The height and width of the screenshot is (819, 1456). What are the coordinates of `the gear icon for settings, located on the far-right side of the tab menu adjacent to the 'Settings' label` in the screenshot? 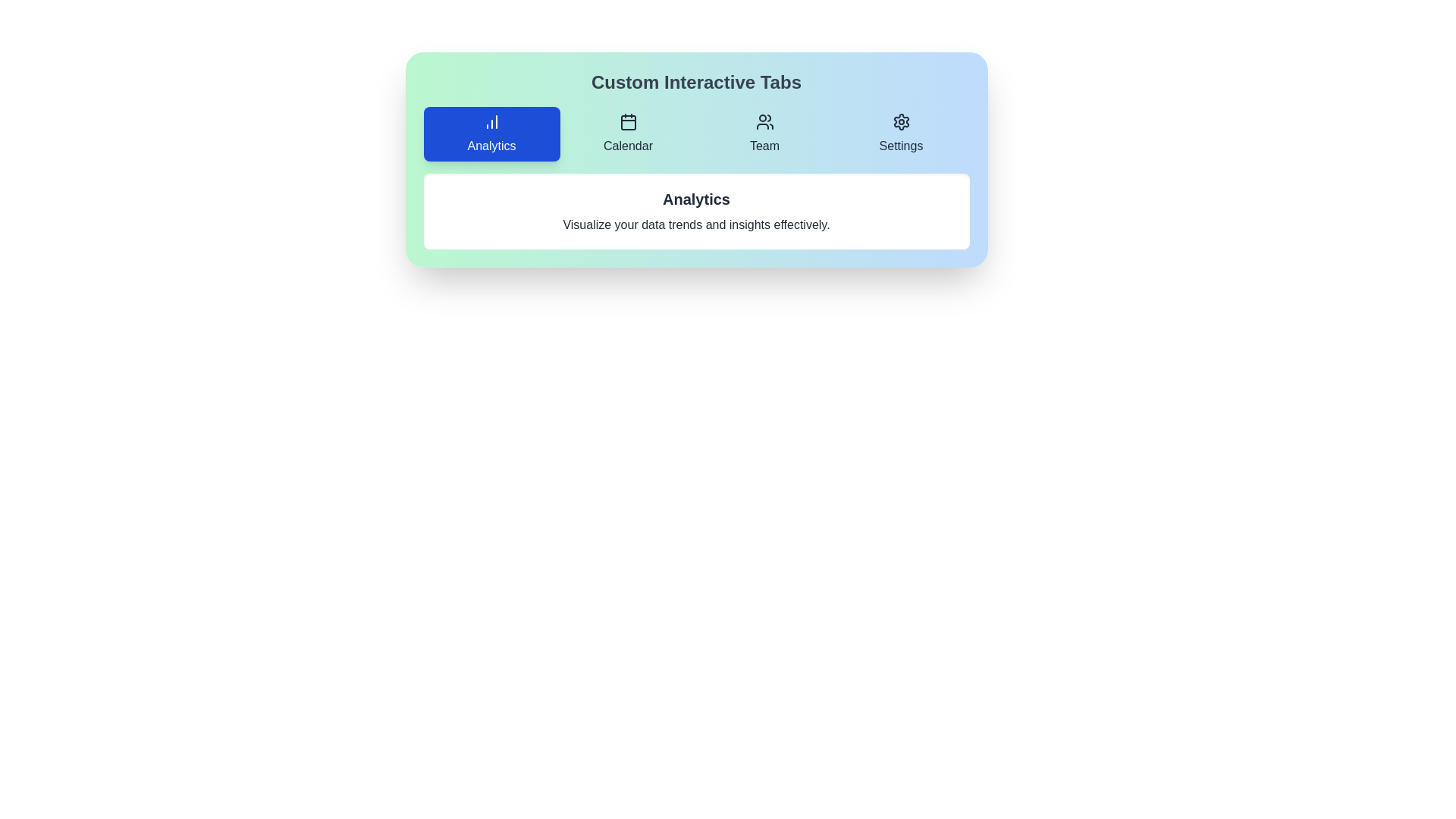 It's located at (901, 121).